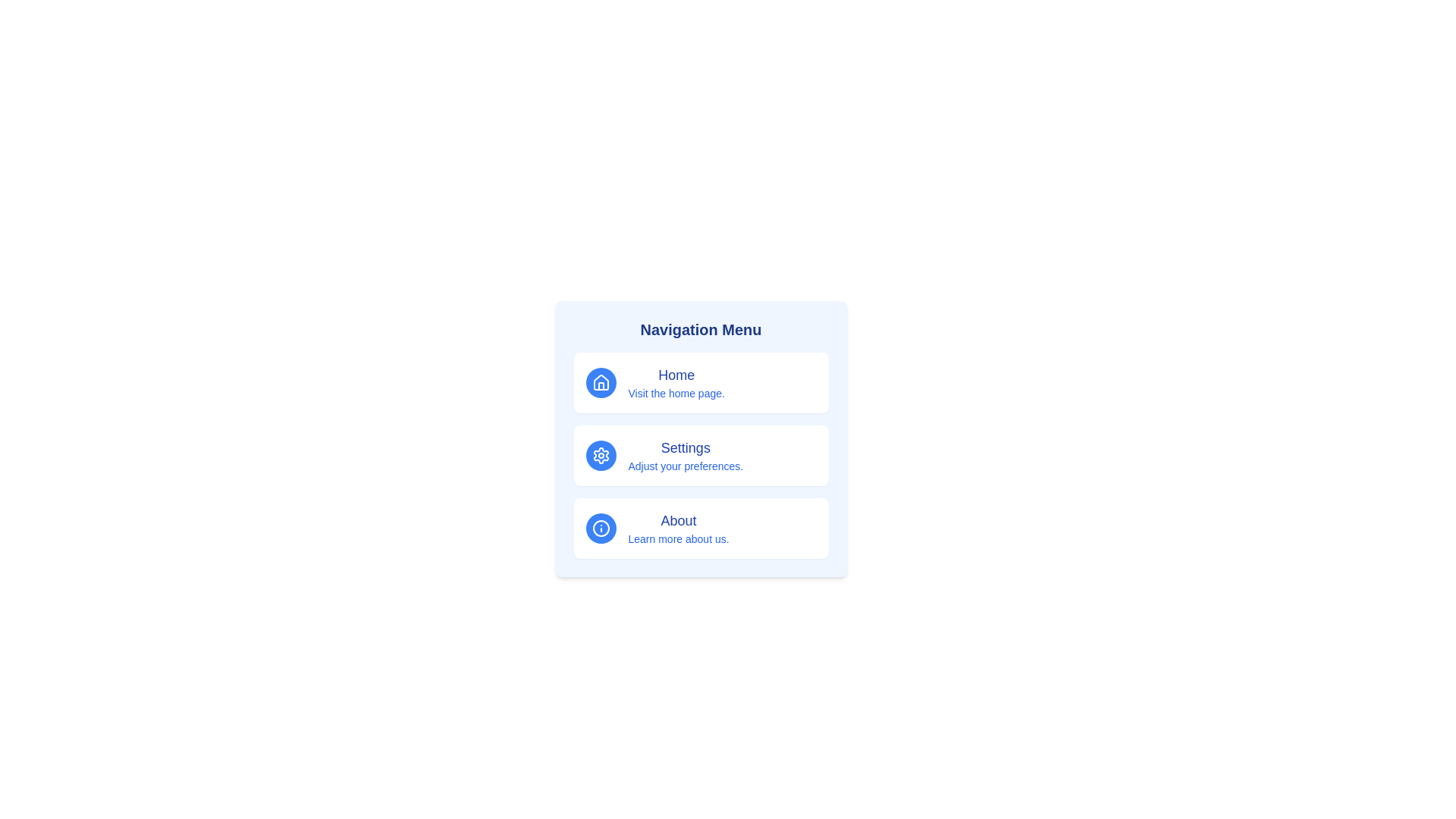  I want to click on the circular blue button with a white gear icon, located to the left of the 'Settings' text, so click(600, 455).